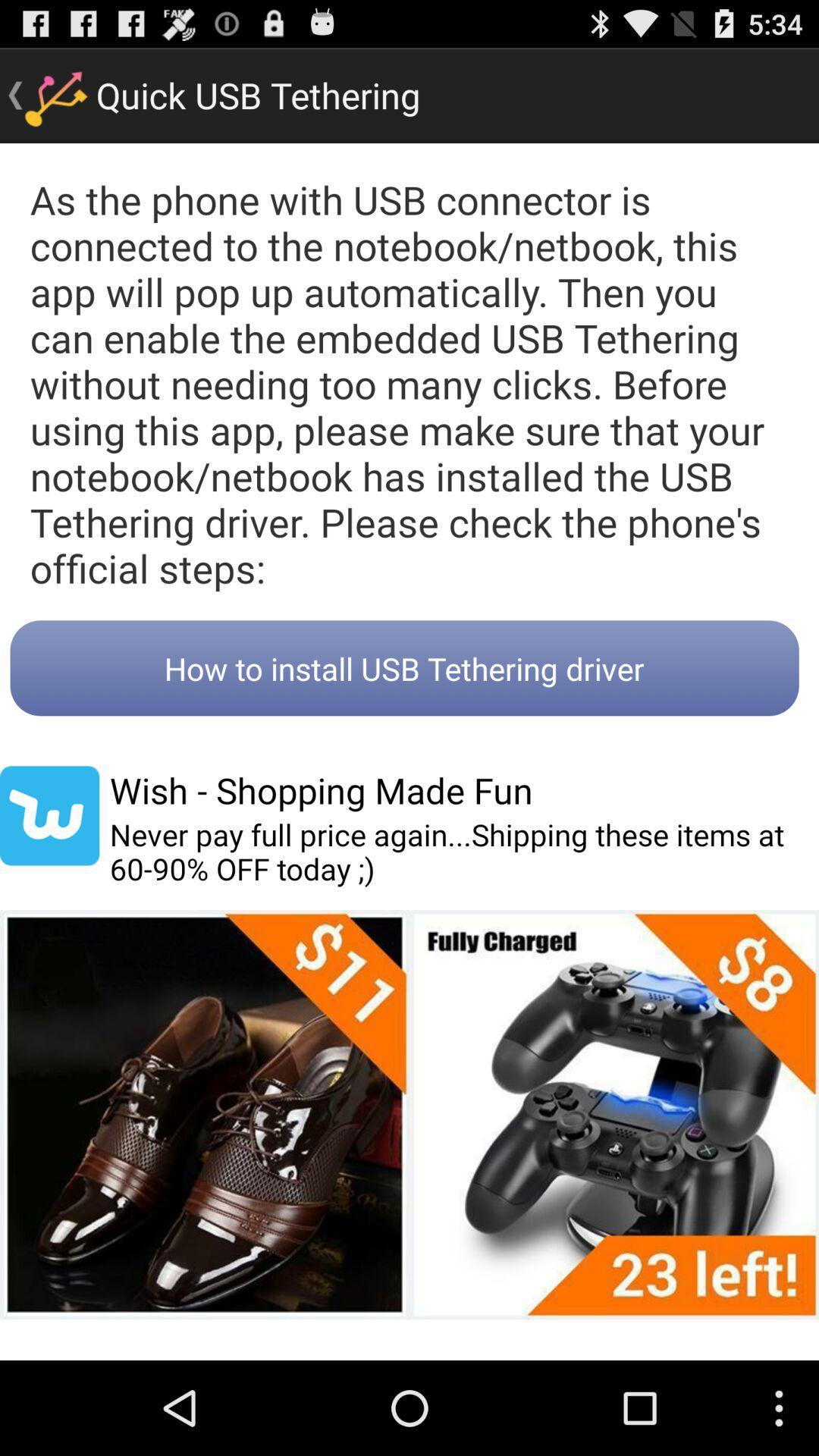 This screenshot has height=1456, width=819. Describe the element at coordinates (320, 789) in the screenshot. I see `the button below the how to install button` at that location.